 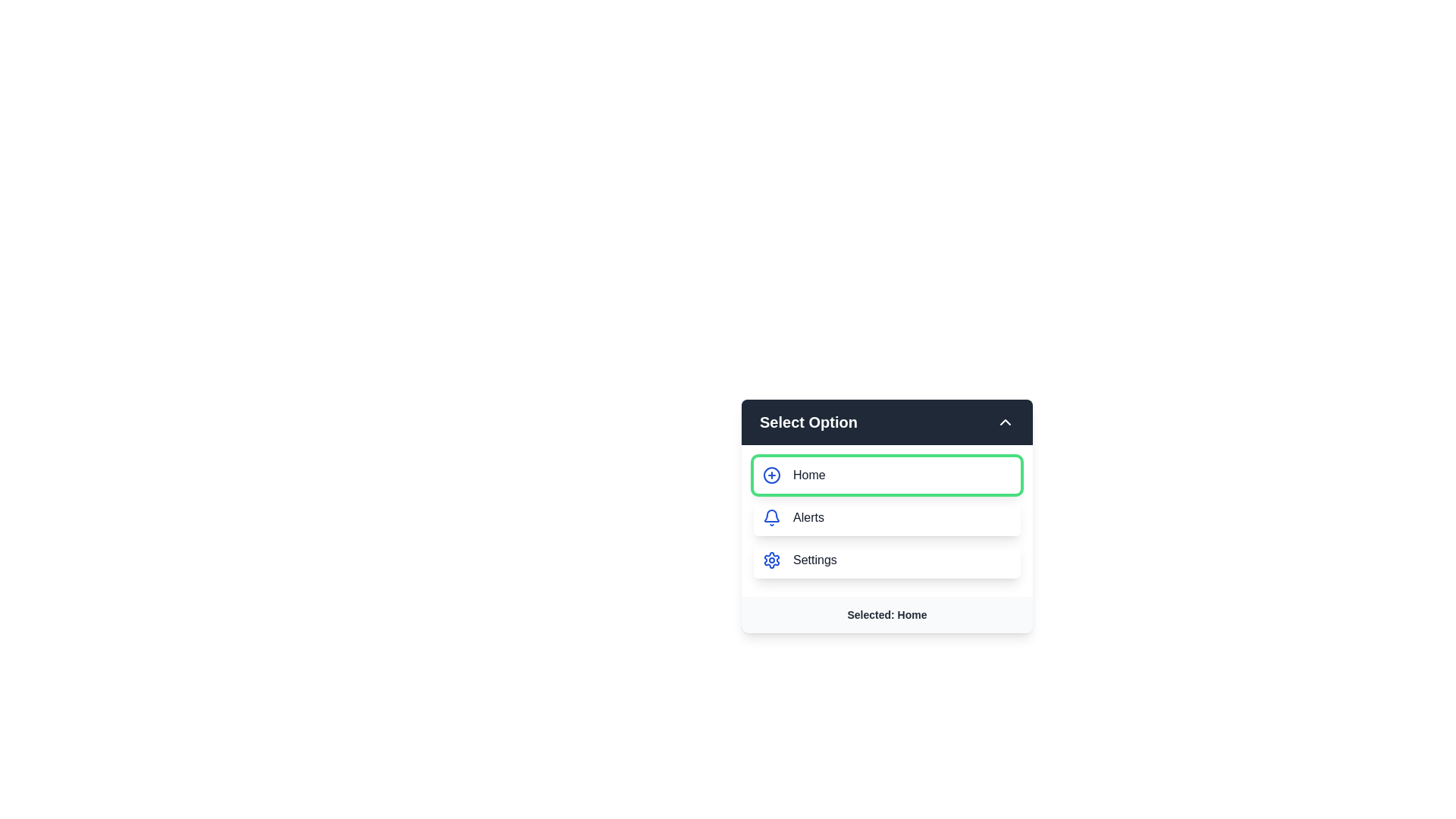 I want to click on the static label located at the bottom center of the interface, which indicates the currently selected option from the menu, so click(x=887, y=614).